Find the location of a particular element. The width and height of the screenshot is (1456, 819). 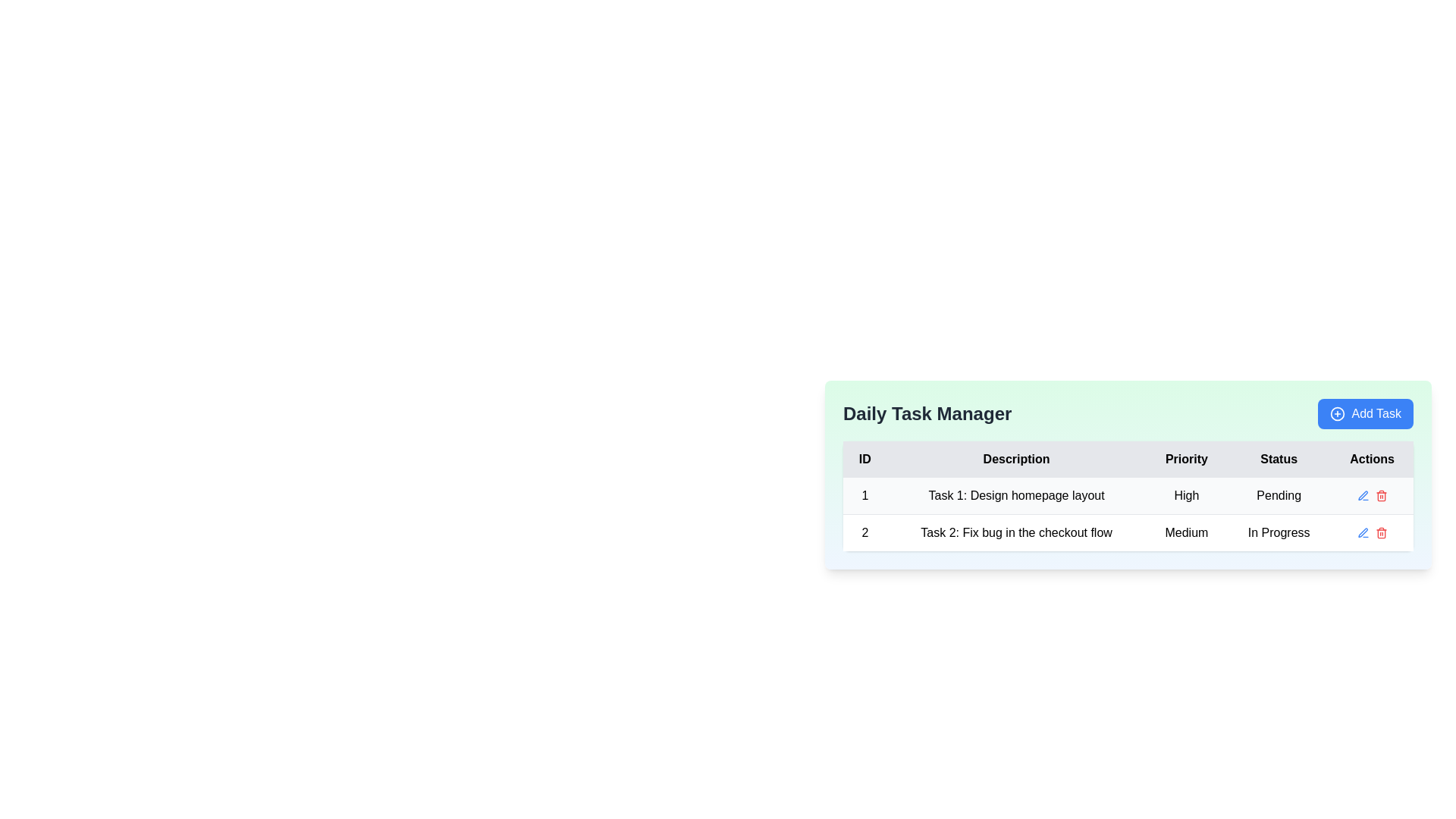

the 'Pending' status text label for 'Task 1: Design homepage layout' is located at coordinates (1278, 496).